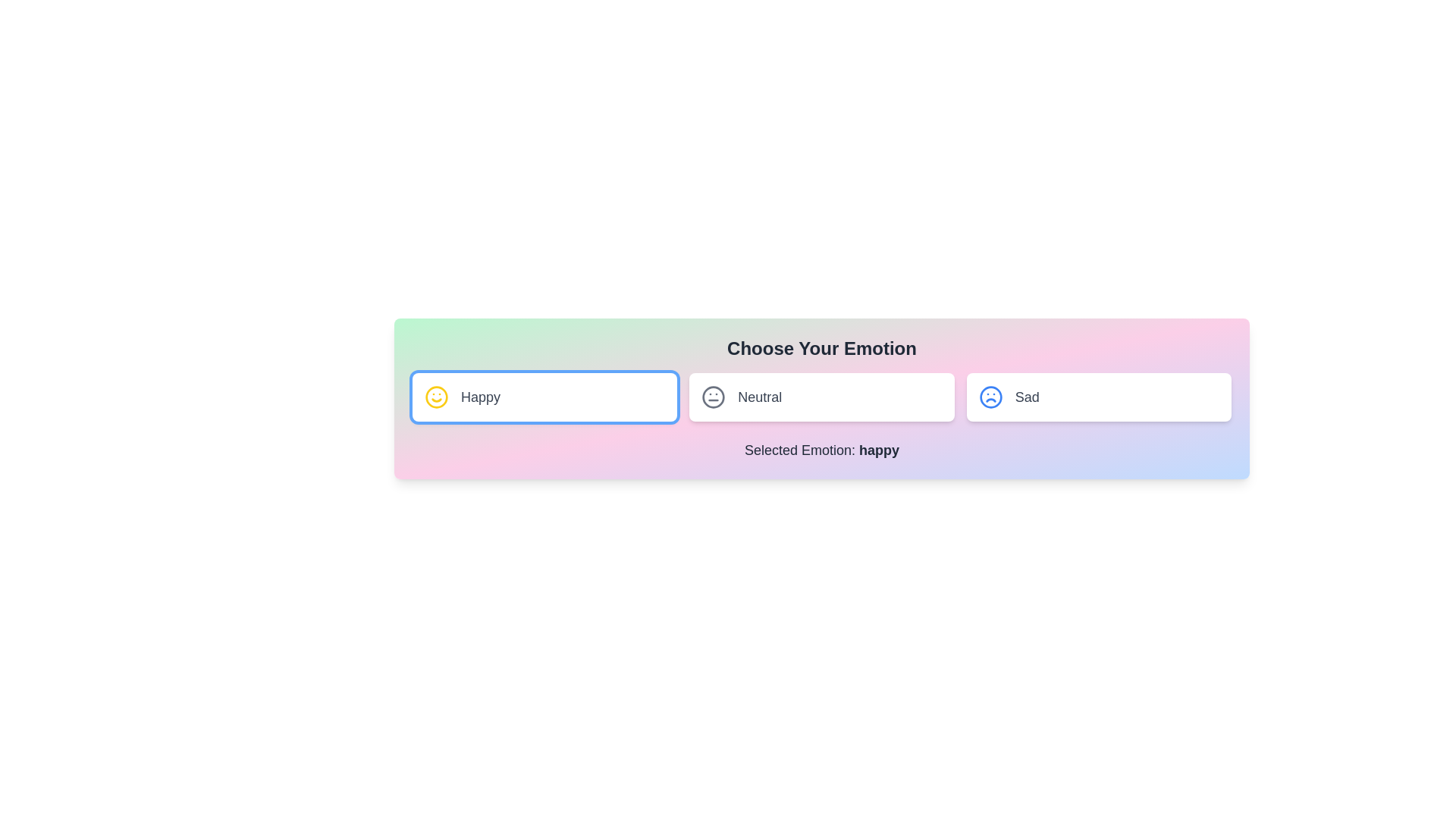  Describe the element at coordinates (1099, 397) in the screenshot. I see `the 'Sad' emotion button` at that location.